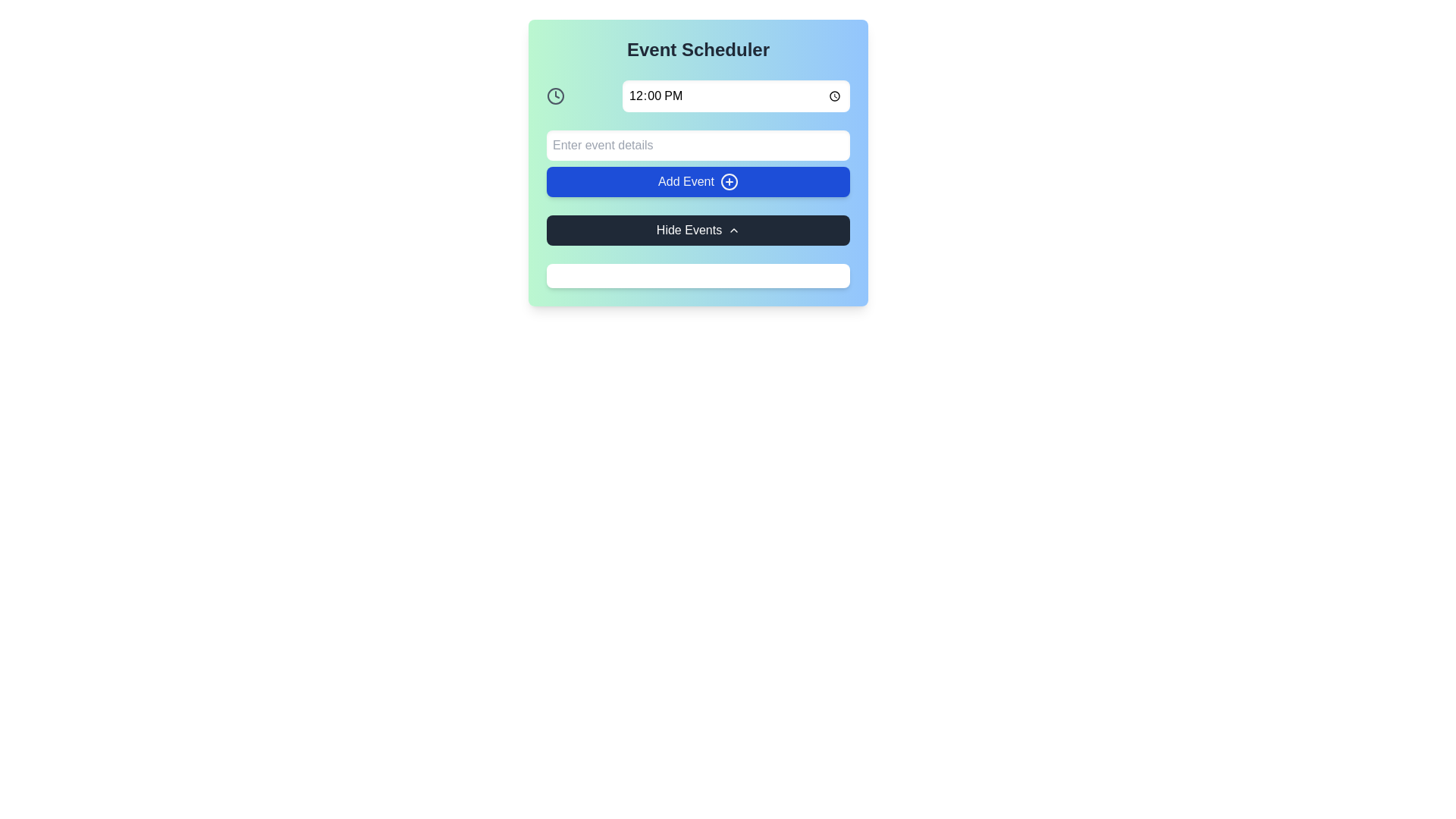  Describe the element at coordinates (698, 180) in the screenshot. I see `the button that facilitates the addition of a new event for accessibility navigation` at that location.